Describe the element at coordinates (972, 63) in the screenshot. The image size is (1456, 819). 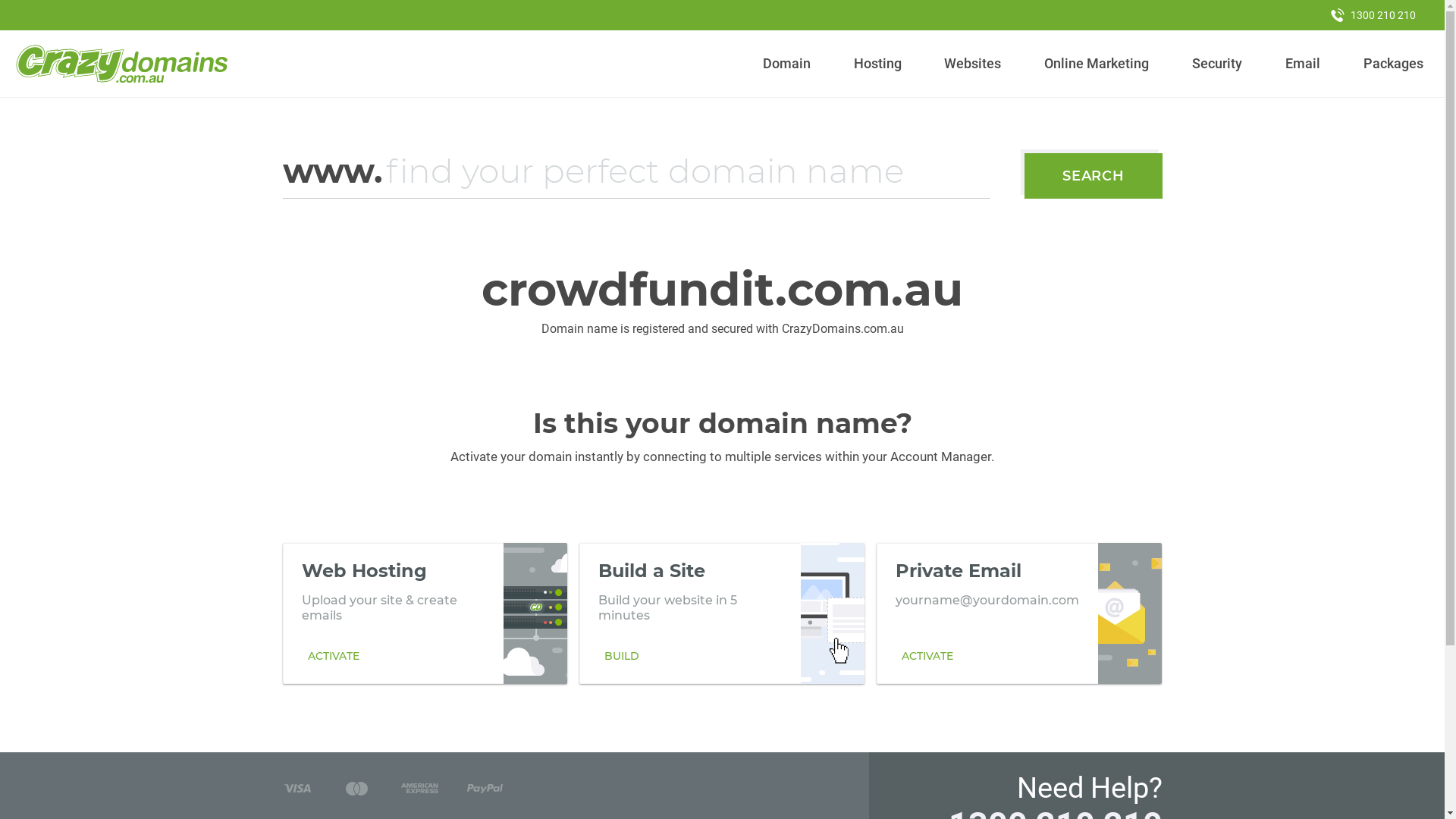
I see `'Websites'` at that location.